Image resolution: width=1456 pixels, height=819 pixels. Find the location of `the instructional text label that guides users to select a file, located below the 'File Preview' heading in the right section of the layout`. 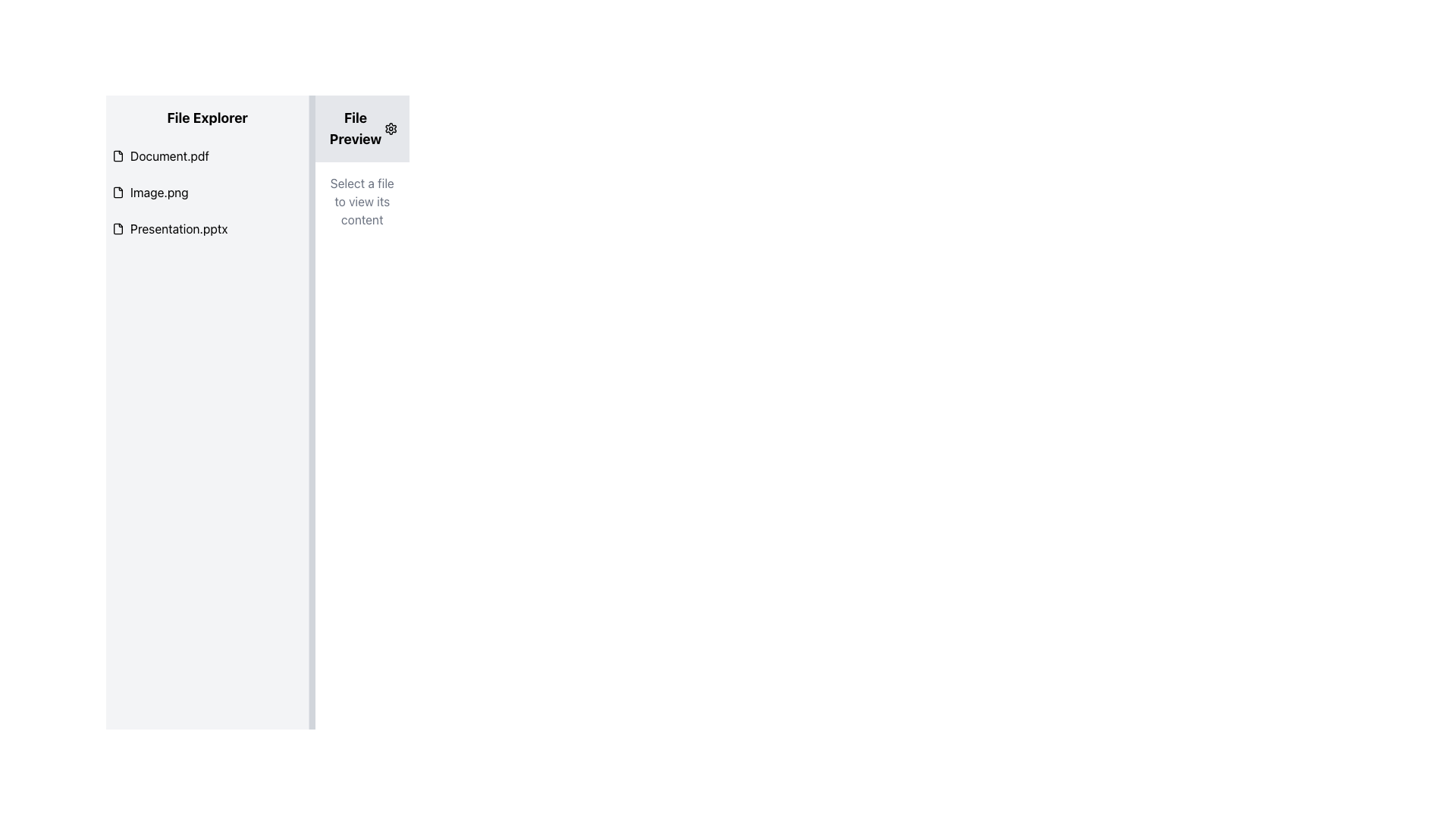

the instructional text label that guides users to select a file, located below the 'File Preview' heading in the right section of the layout is located at coordinates (361, 201).